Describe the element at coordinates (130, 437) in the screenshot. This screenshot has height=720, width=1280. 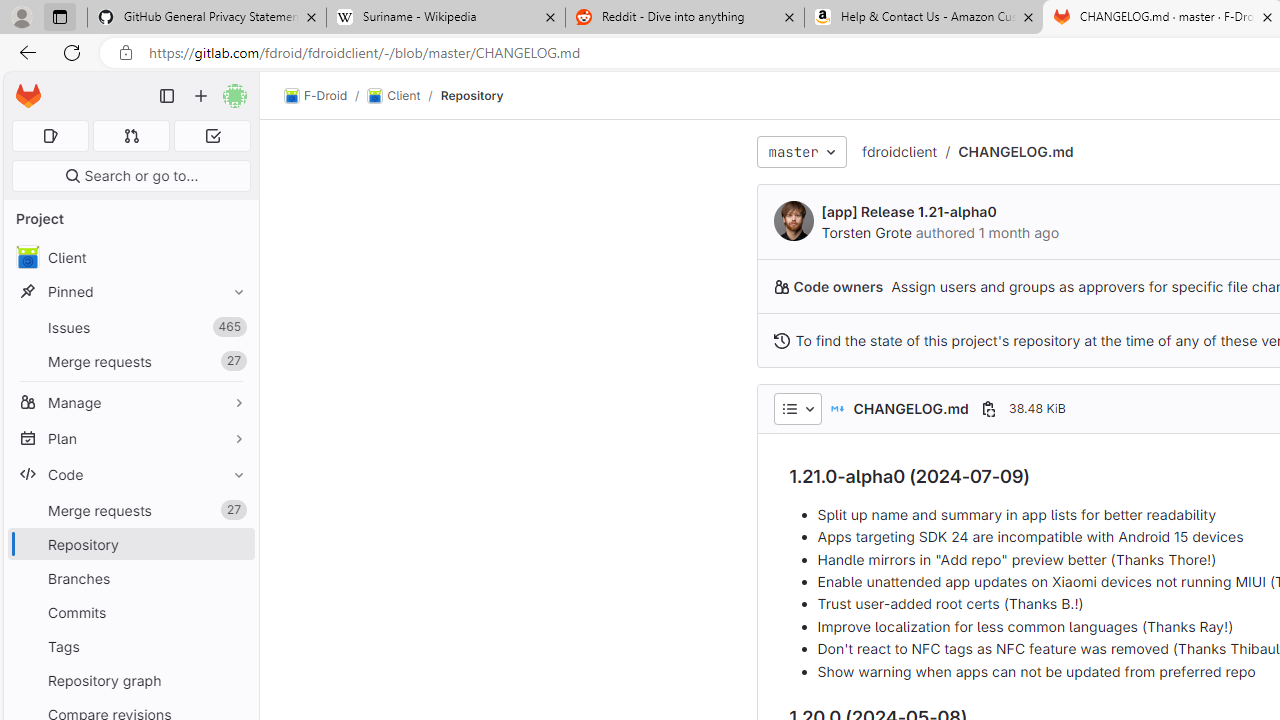
I see `'Plan'` at that location.